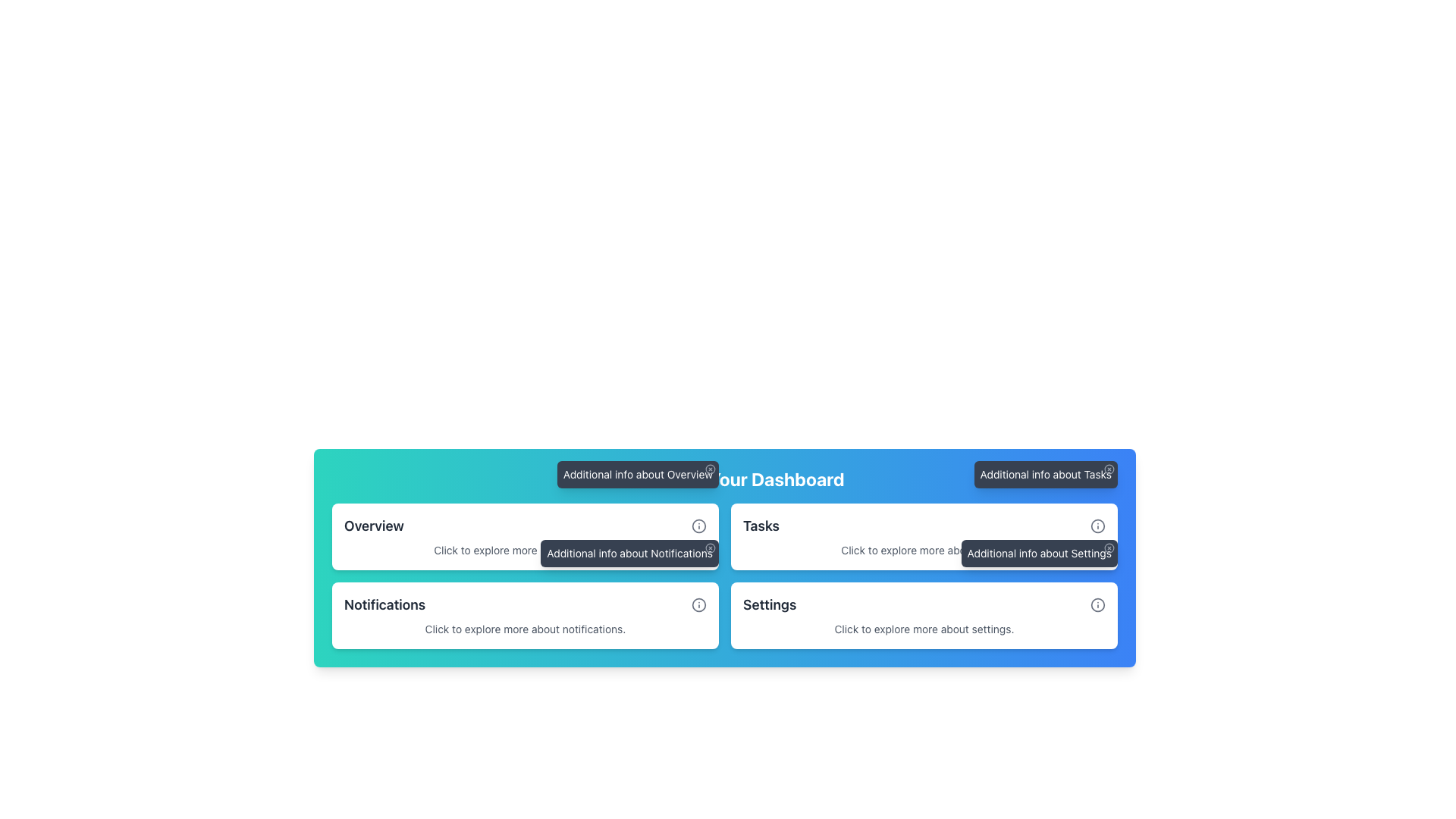 Image resolution: width=1456 pixels, height=819 pixels. What do you see at coordinates (1098, 526) in the screenshot?
I see `the circular vector graphic icon located in the top-right area of the 'Settings' card` at bounding box center [1098, 526].